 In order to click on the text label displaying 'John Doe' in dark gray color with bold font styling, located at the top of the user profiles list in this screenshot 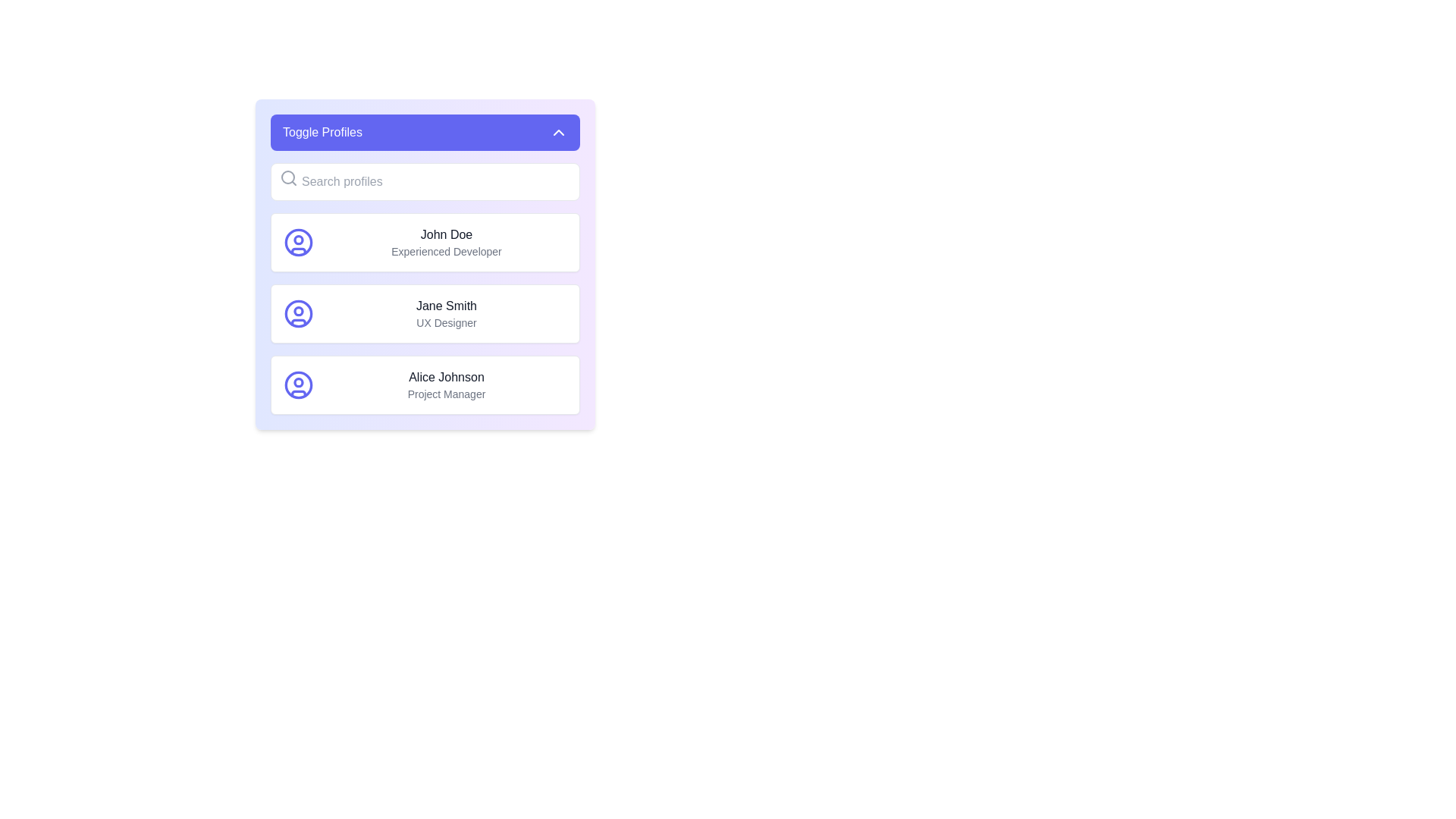, I will do `click(446, 234)`.